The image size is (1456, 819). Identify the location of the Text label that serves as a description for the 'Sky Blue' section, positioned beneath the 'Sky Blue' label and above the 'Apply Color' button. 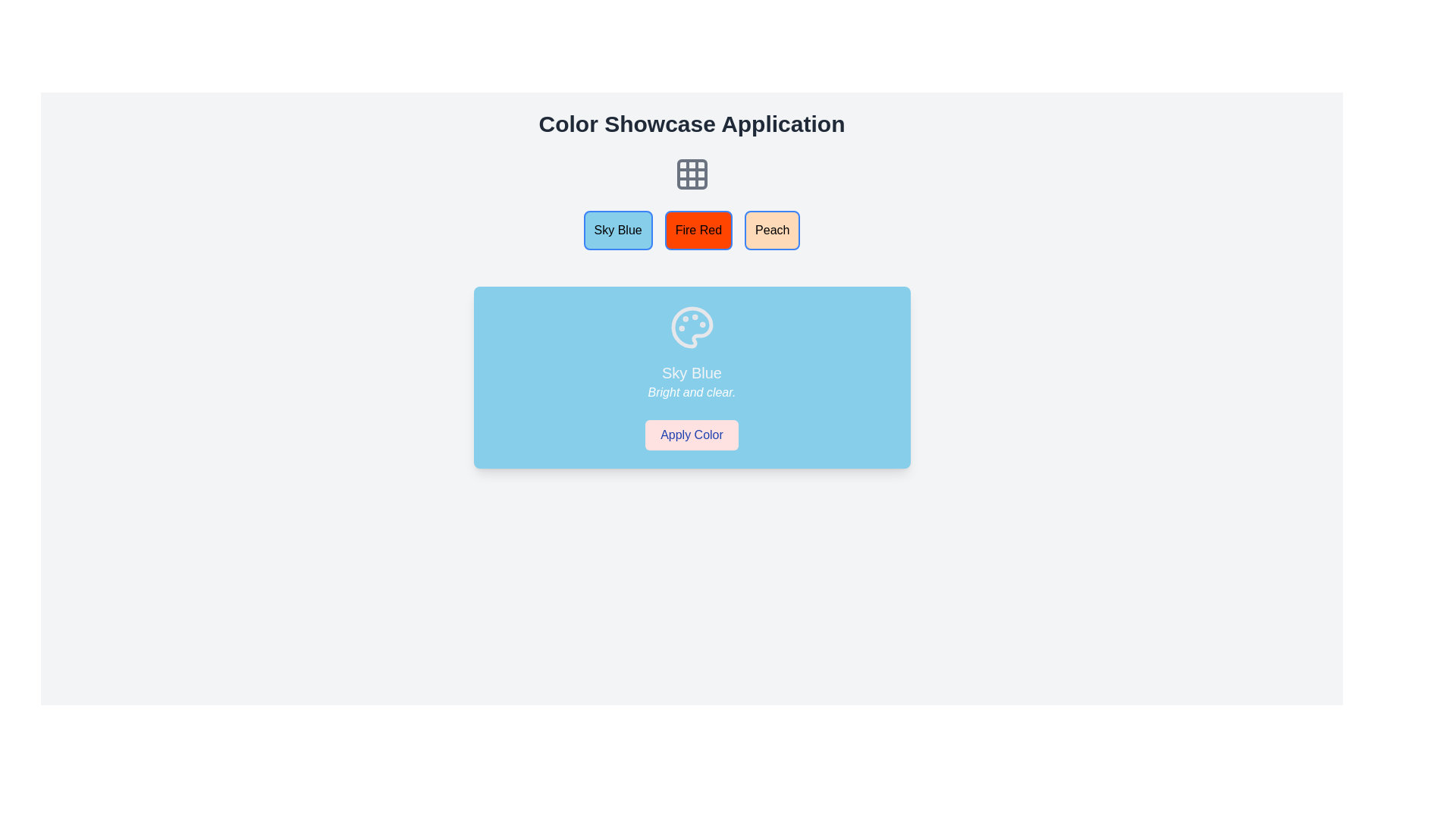
(691, 391).